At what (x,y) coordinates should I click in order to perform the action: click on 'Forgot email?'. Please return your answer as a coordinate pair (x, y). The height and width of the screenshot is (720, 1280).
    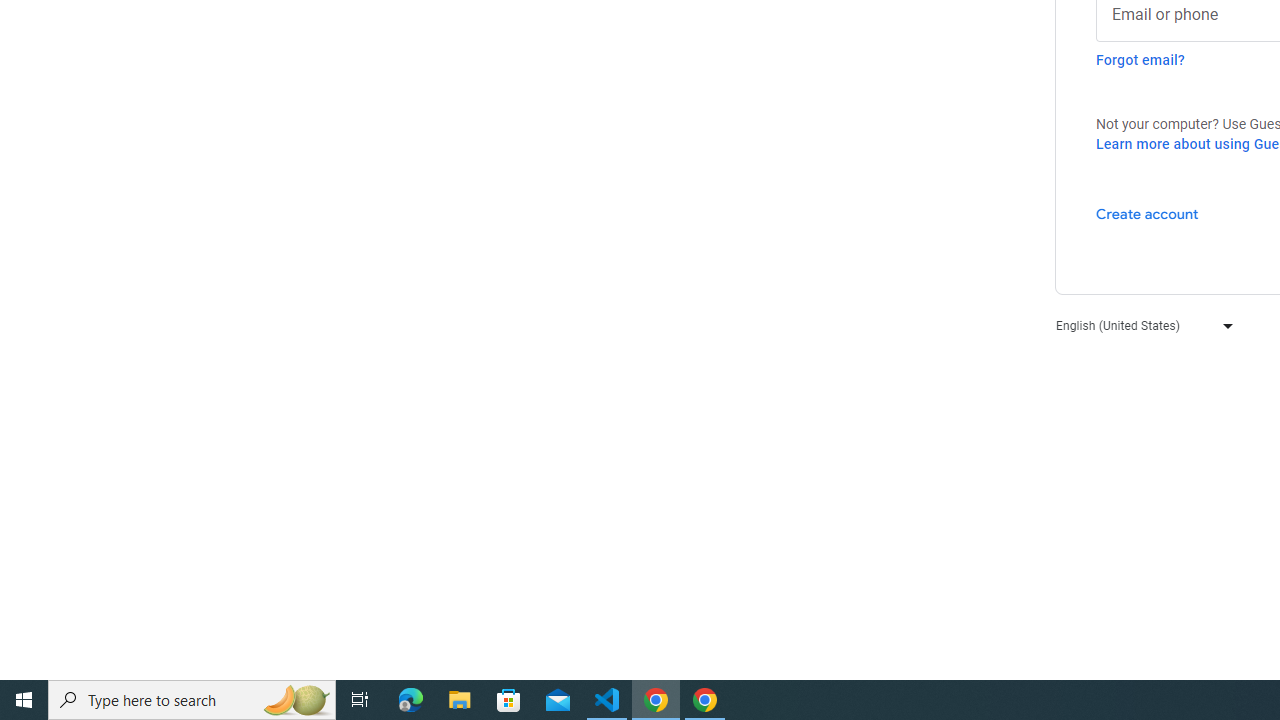
    Looking at the image, I should click on (1140, 59).